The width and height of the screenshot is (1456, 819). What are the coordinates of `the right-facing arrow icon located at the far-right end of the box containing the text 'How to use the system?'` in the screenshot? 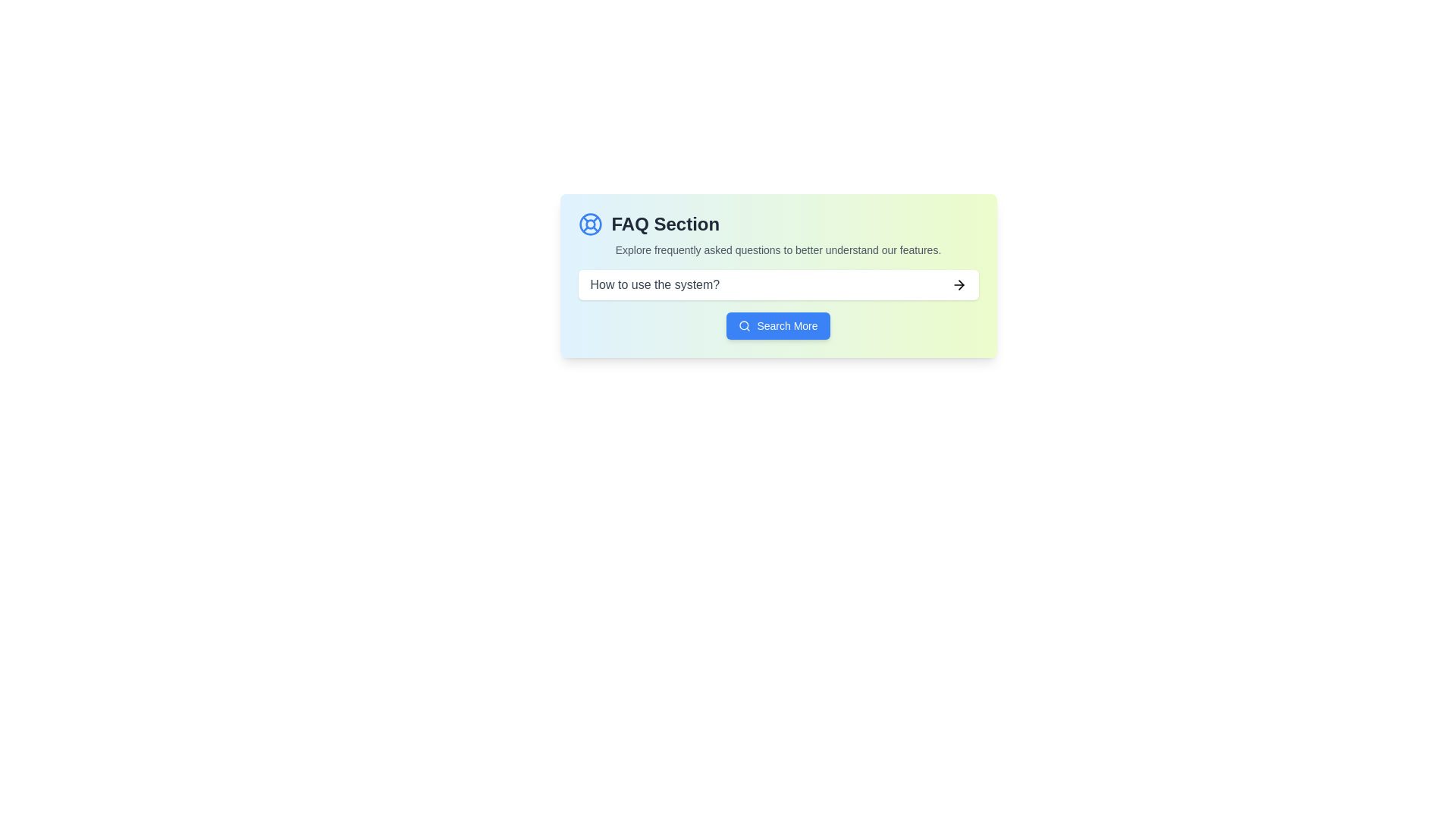 It's located at (958, 284).